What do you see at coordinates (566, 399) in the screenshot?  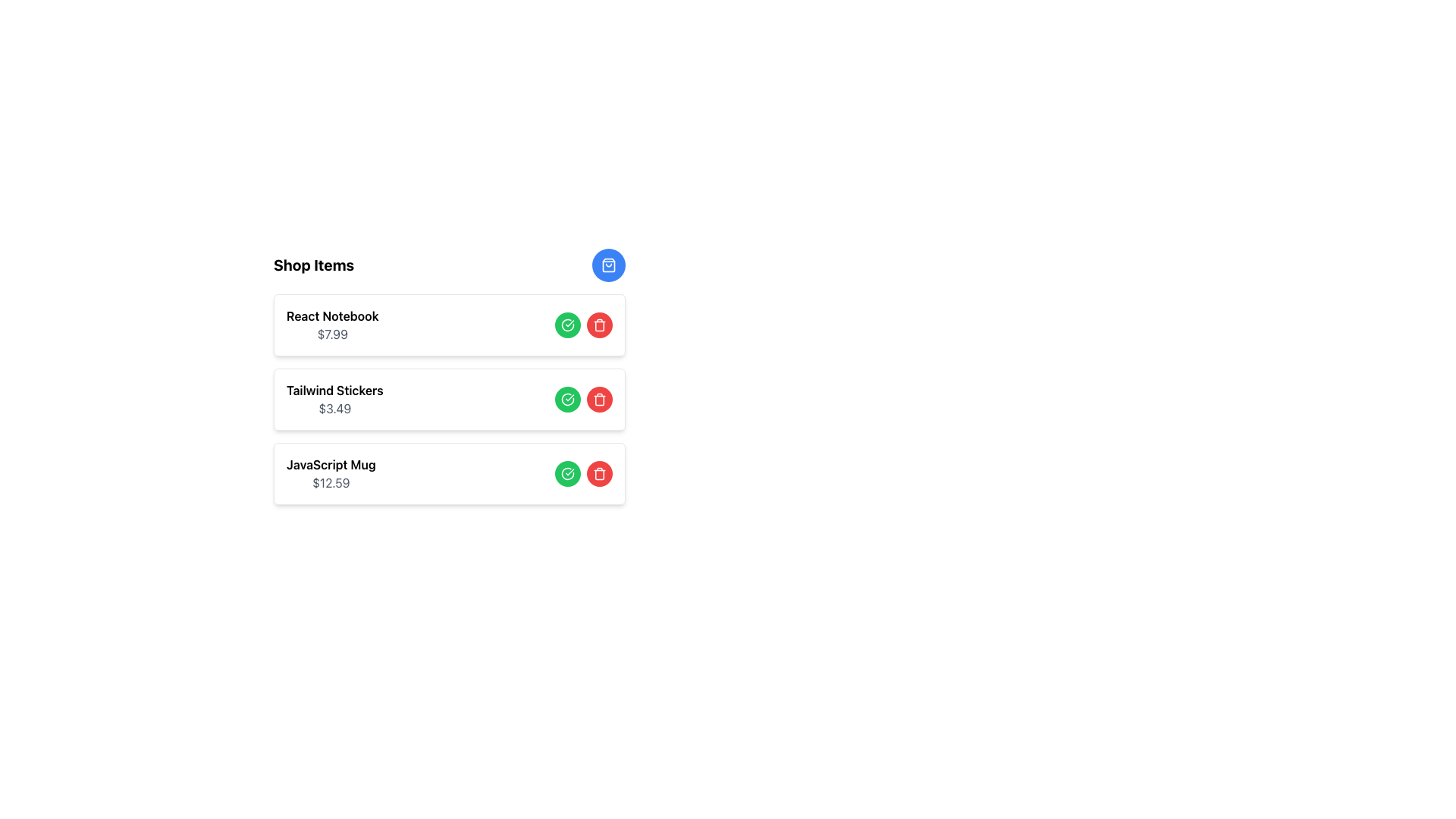 I see `the green circular button with a white checkmark located in the second list item of the shopping list, adjacent to the 'Tailwind Stickers' text` at bounding box center [566, 399].